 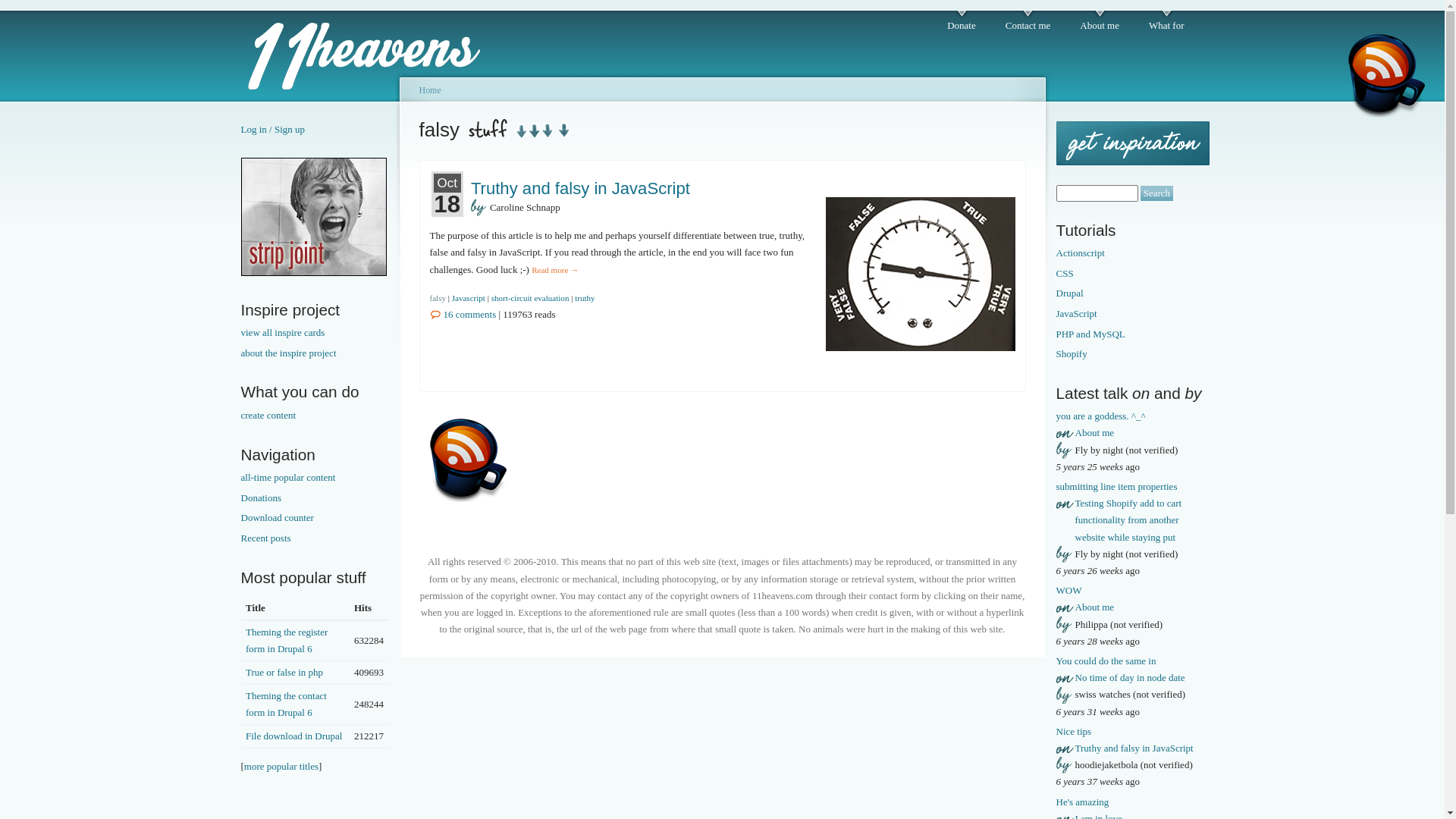 I want to click on 'You could do the same in', so click(x=1106, y=660).